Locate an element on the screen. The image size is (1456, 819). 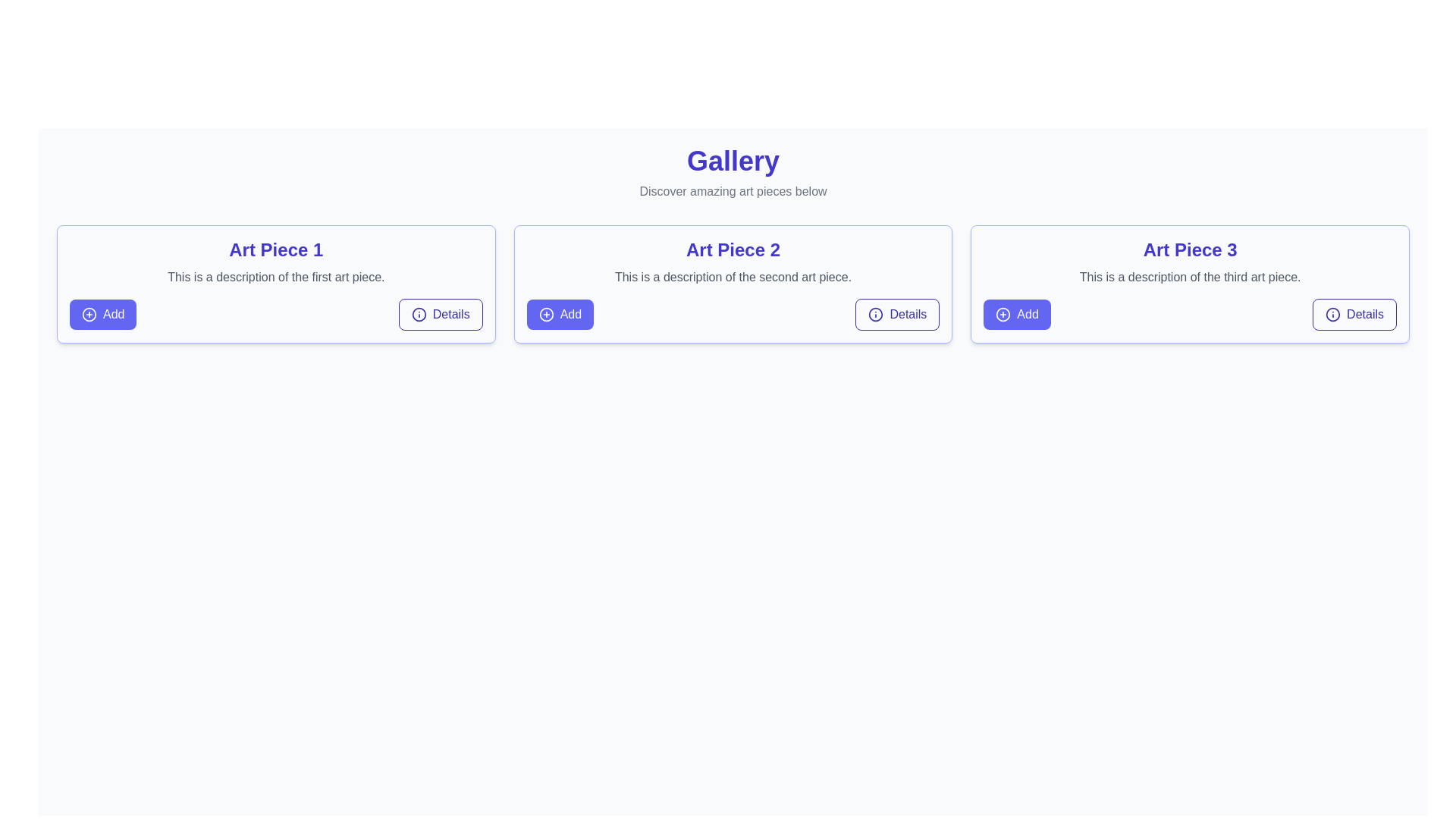
the informational card for 'Art Piece 2', which is the second card in a three-column grid layout, positioned between 'Art Piece 1' and 'Art Piece 3' is located at coordinates (733, 284).